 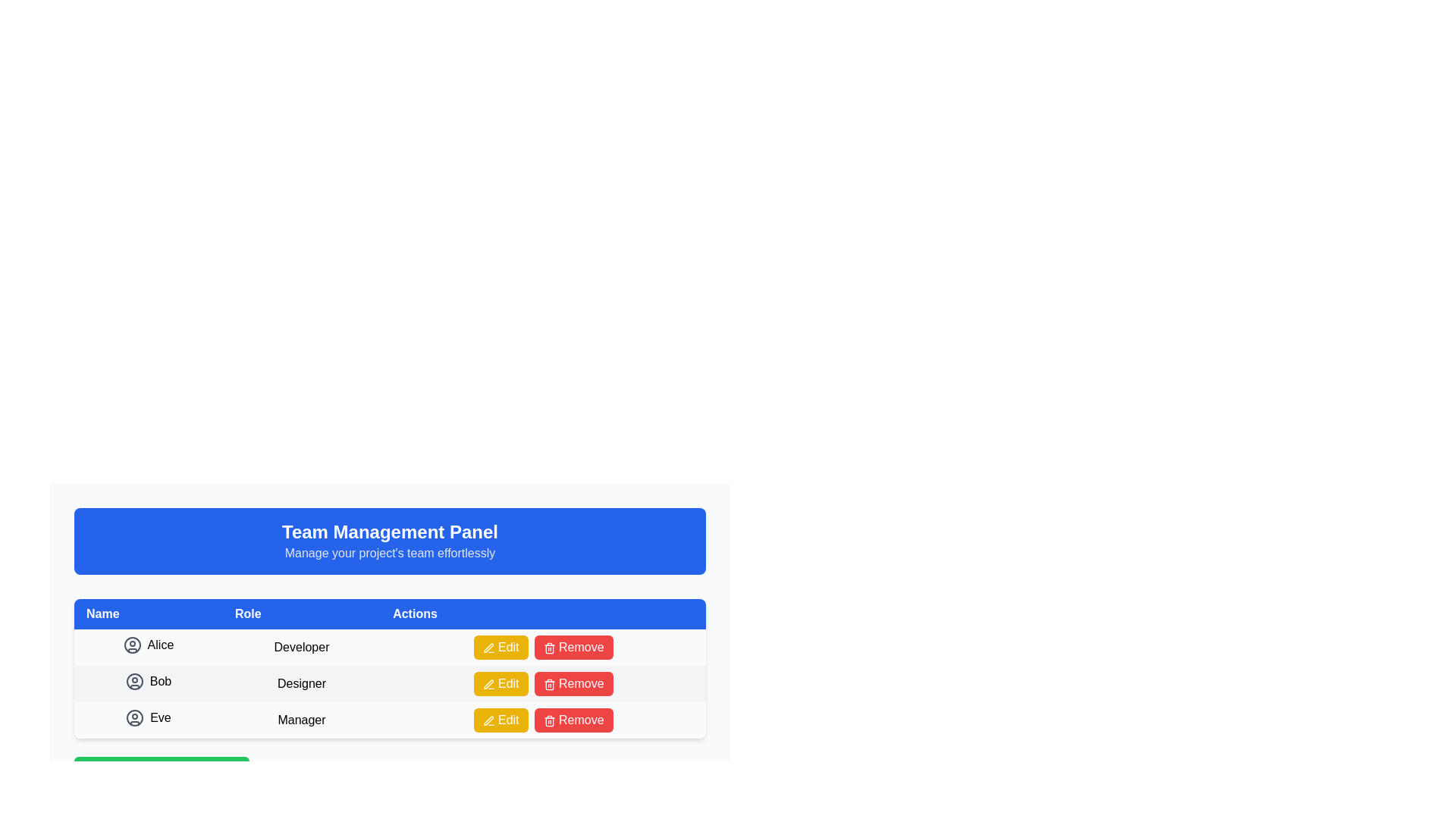 What do you see at coordinates (302, 684) in the screenshot?
I see `the 'Designer' text label for 'Bob' in the second row of the table under the 'Role' column` at bounding box center [302, 684].